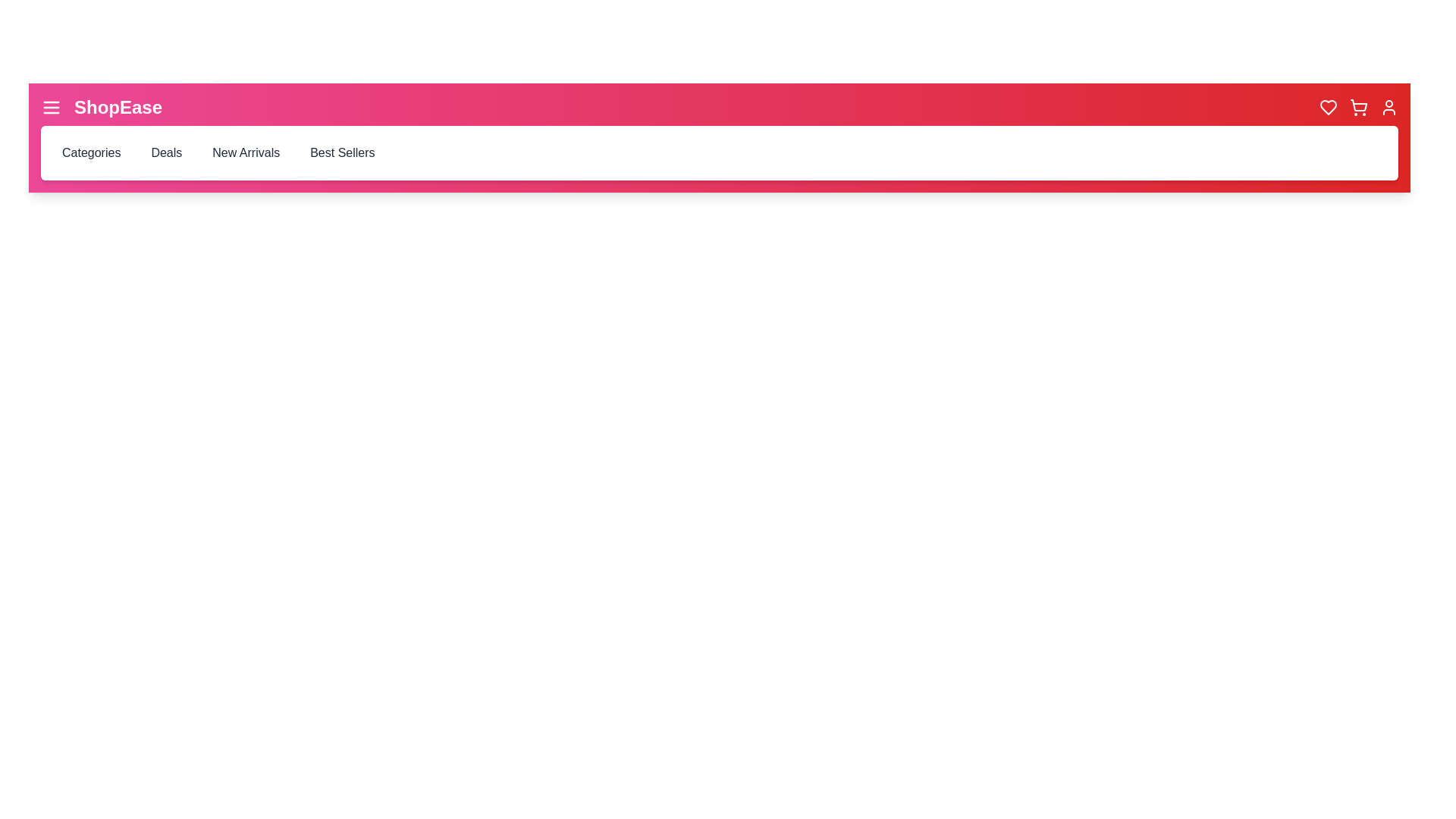  Describe the element at coordinates (341, 152) in the screenshot. I see `the 'Best Sellers' navigation item in the navigation bar` at that location.